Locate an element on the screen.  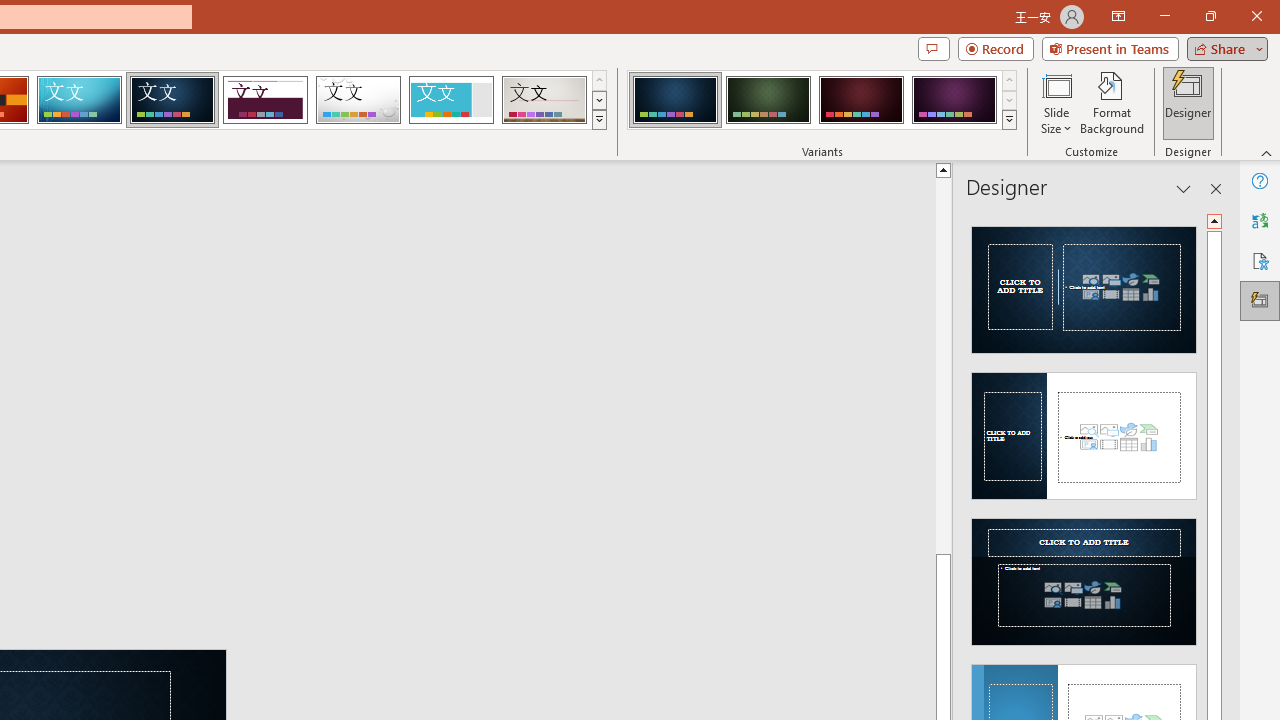
'Damask Variant 2' is located at coordinates (767, 100).